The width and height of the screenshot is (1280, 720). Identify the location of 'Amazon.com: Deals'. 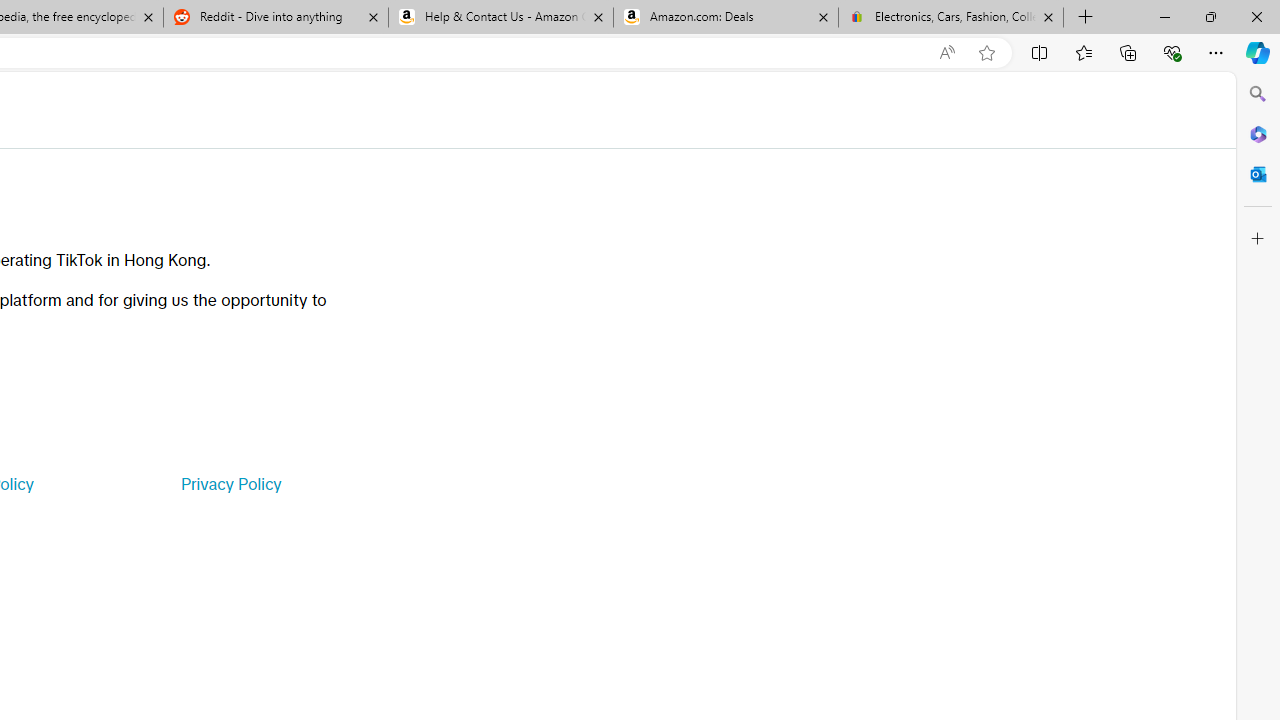
(725, 17).